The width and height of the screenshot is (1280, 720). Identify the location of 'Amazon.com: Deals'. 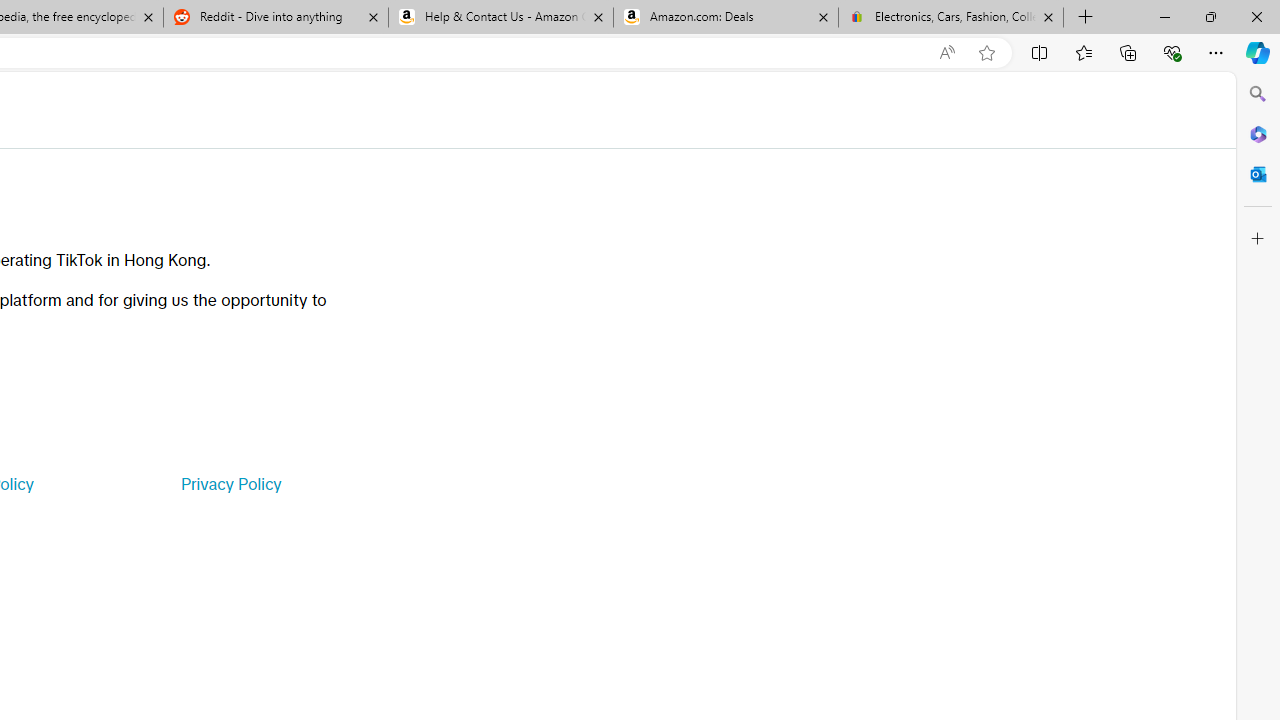
(725, 17).